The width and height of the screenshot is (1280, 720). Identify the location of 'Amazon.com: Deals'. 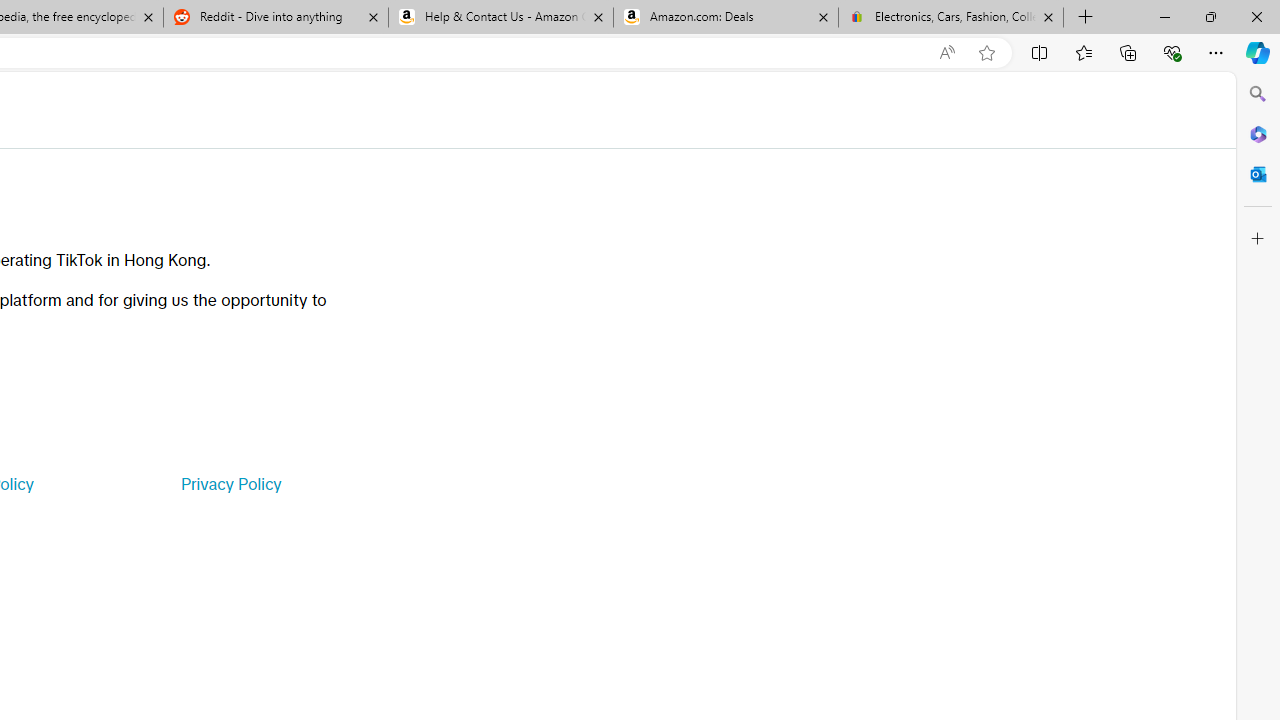
(725, 17).